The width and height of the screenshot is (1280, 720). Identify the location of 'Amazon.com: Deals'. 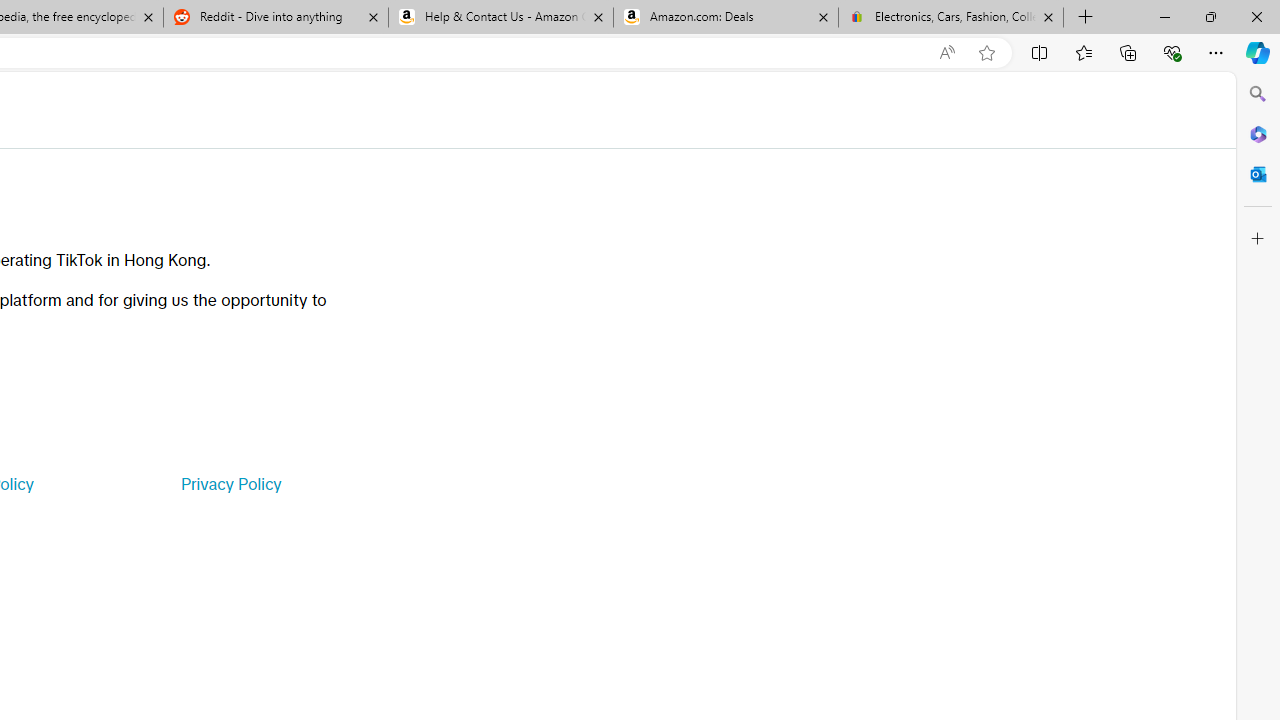
(725, 17).